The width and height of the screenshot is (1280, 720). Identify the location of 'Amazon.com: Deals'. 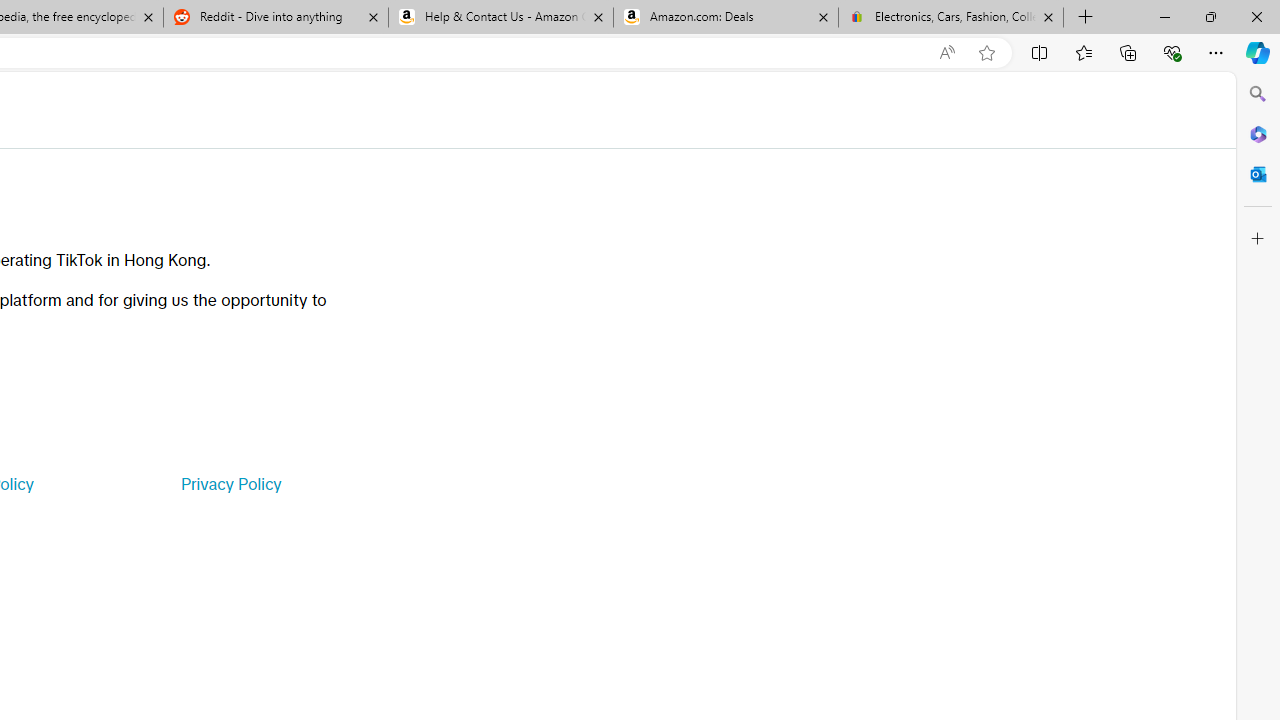
(725, 17).